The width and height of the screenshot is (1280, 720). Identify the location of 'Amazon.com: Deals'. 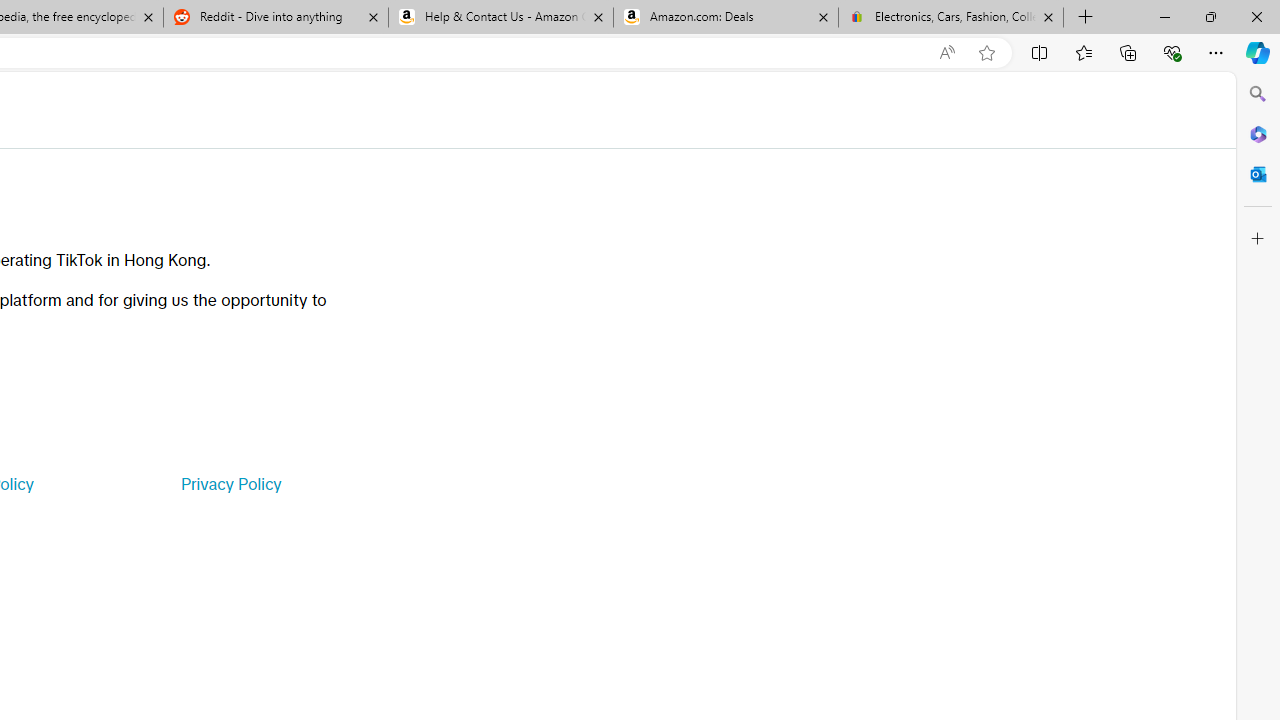
(725, 17).